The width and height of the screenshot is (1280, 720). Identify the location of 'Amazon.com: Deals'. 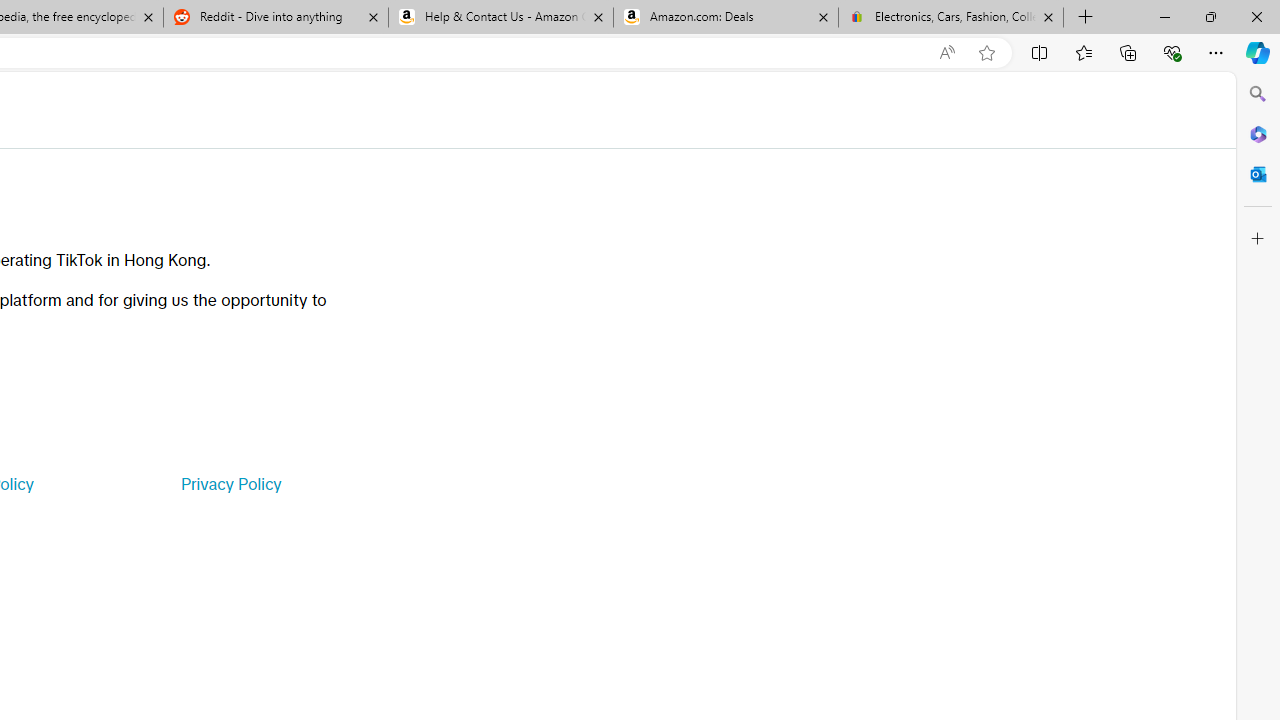
(725, 17).